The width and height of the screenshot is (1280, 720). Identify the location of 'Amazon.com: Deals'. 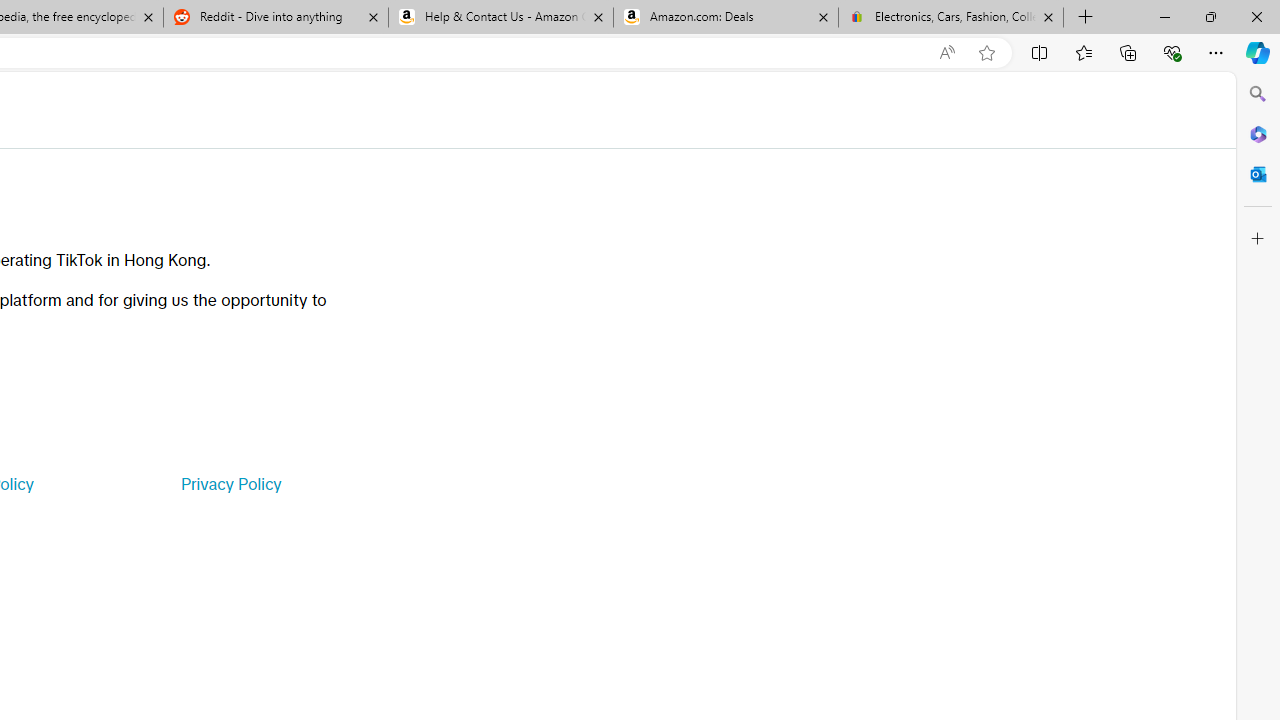
(725, 17).